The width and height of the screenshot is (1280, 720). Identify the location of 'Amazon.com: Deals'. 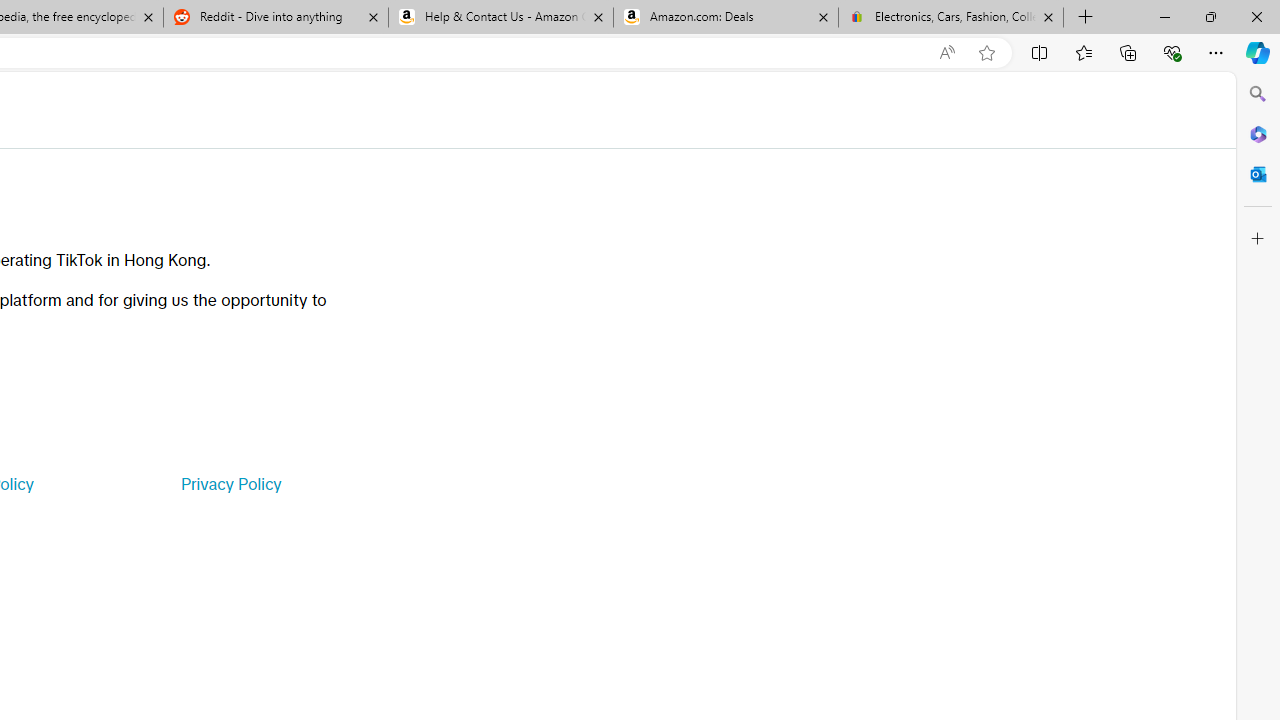
(725, 17).